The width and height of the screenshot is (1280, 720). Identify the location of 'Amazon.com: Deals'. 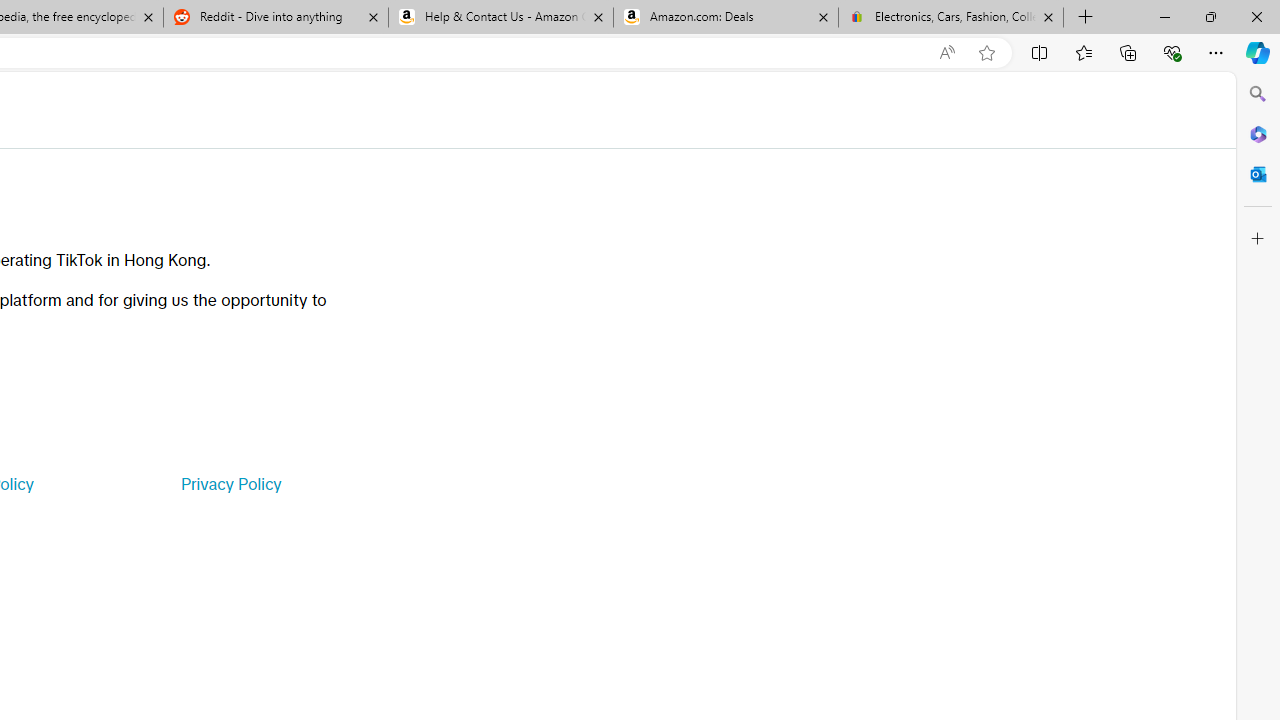
(725, 17).